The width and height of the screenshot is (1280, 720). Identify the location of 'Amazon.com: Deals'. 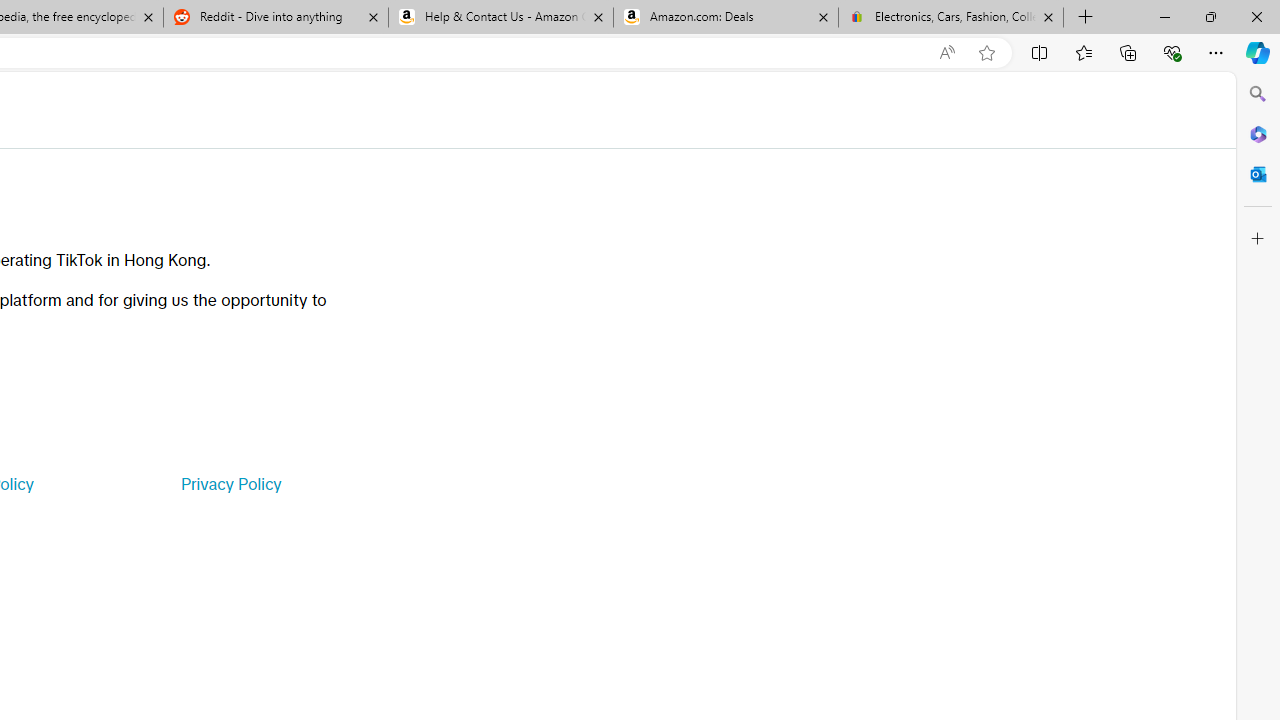
(725, 17).